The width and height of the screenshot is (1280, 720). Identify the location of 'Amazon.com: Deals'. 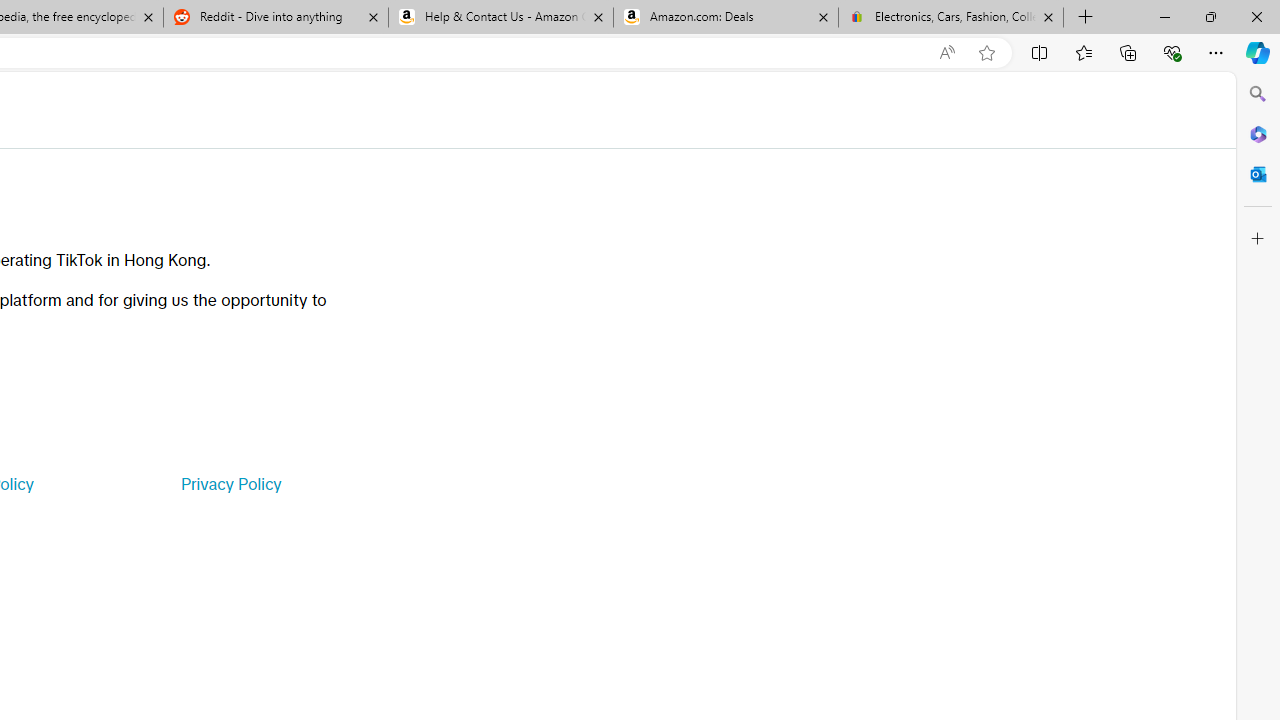
(725, 17).